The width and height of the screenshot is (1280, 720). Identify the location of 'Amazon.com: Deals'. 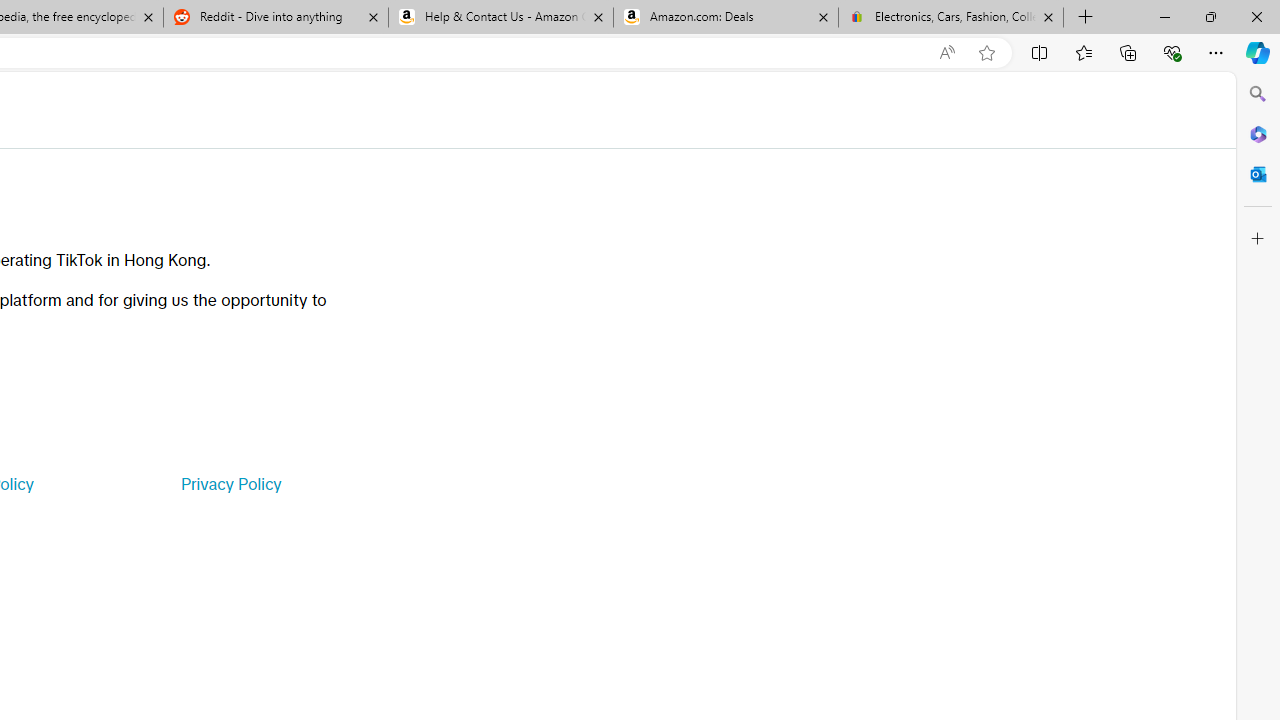
(725, 17).